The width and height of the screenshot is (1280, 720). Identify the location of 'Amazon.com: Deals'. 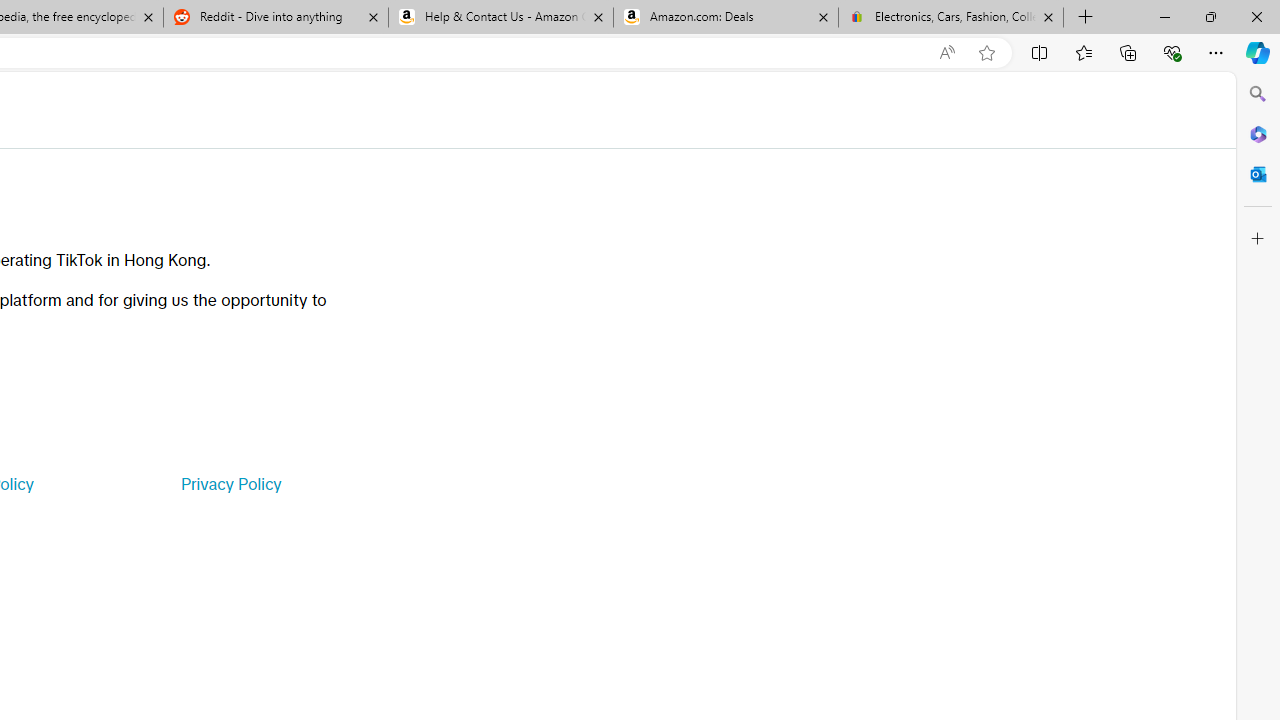
(725, 17).